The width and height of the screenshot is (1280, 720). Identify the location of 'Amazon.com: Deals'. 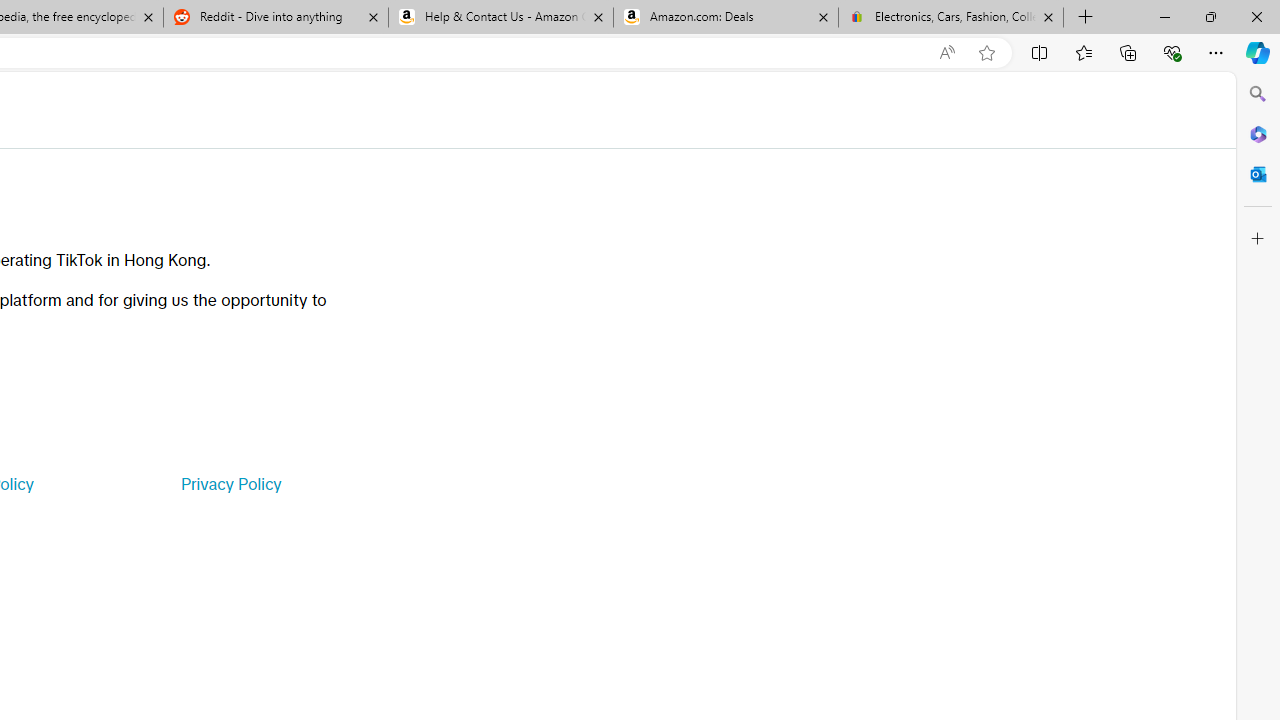
(725, 17).